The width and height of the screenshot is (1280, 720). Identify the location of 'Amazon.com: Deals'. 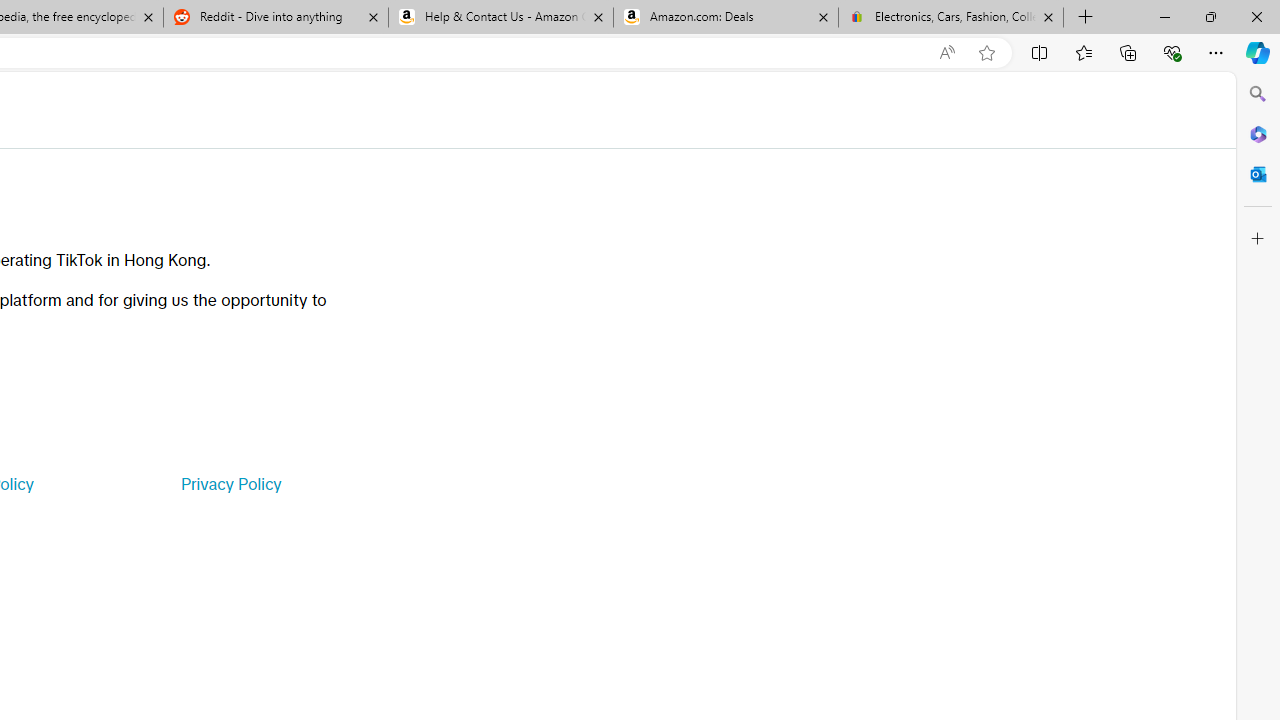
(725, 17).